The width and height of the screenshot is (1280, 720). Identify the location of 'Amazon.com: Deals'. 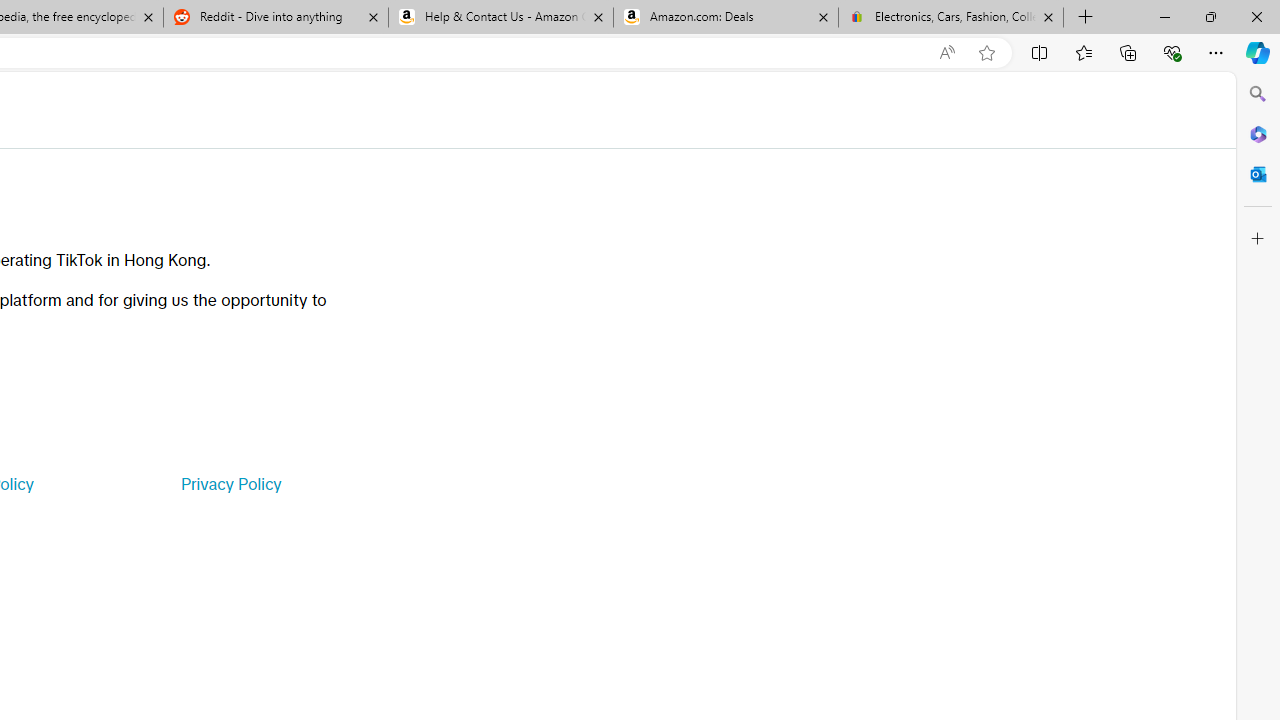
(725, 17).